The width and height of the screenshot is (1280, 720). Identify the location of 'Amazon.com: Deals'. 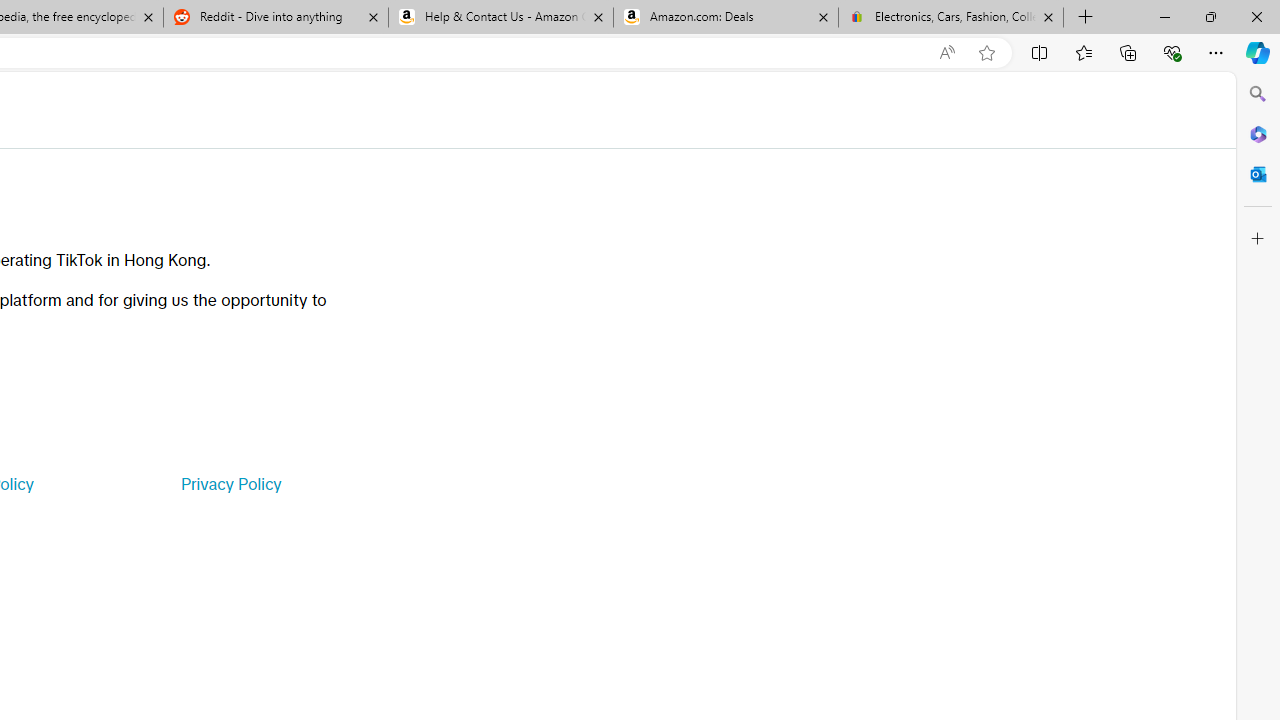
(725, 17).